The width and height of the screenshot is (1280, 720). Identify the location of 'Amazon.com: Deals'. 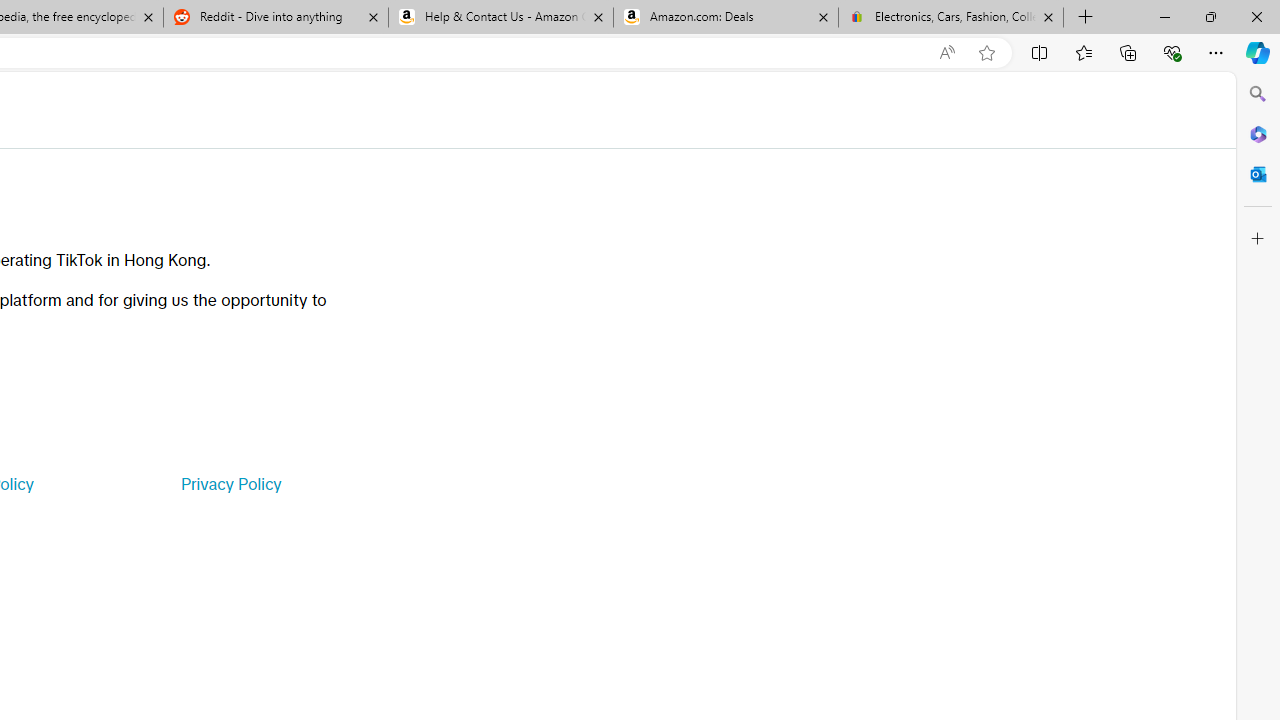
(725, 17).